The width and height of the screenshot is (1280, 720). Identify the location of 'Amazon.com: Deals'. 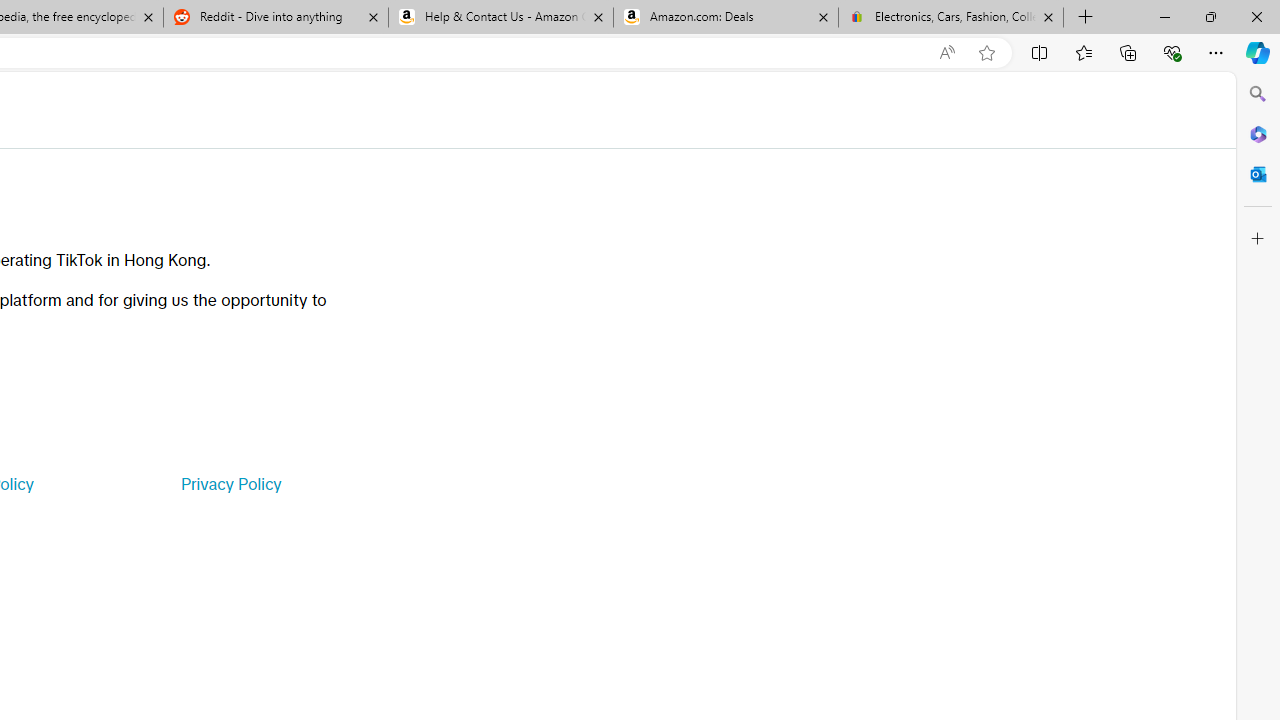
(725, 17).